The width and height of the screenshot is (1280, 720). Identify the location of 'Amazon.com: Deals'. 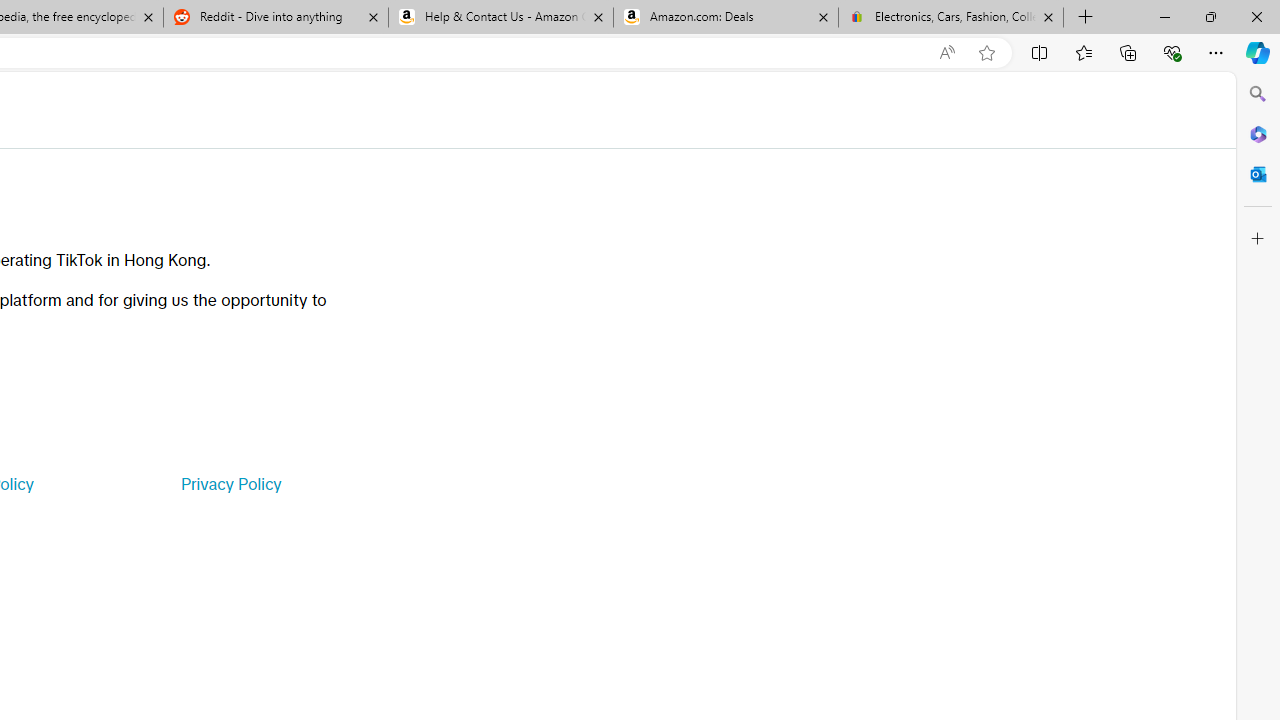
(725, 17).